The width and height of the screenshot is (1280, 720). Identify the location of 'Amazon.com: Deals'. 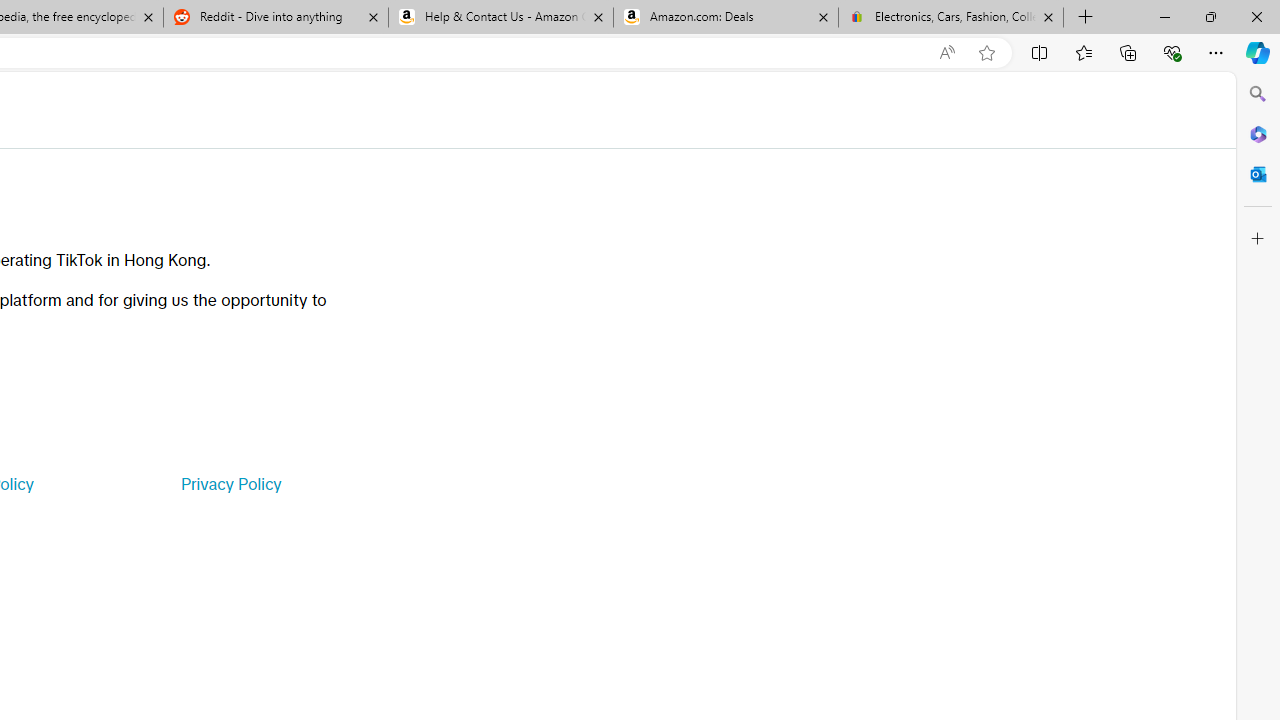
(725, 17).